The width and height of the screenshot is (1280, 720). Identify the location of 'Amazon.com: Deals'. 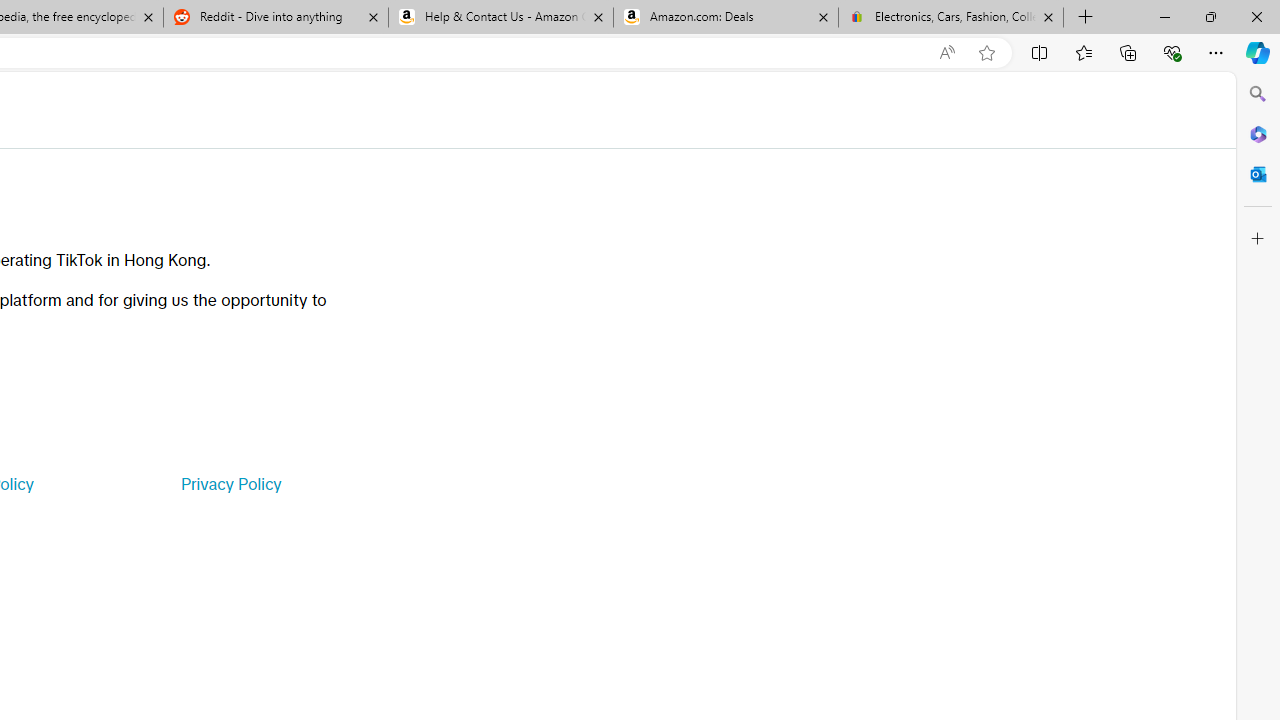
(725, 17).